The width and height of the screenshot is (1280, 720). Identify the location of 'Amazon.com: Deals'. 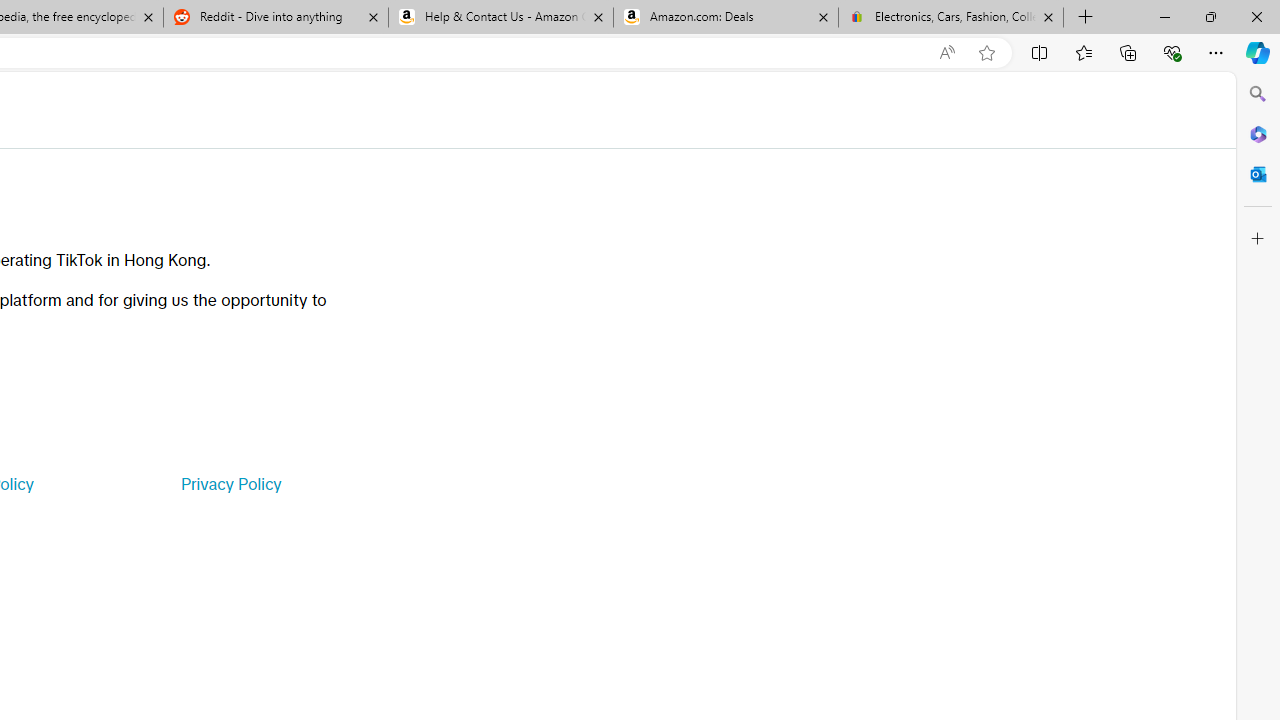
(725, 17).